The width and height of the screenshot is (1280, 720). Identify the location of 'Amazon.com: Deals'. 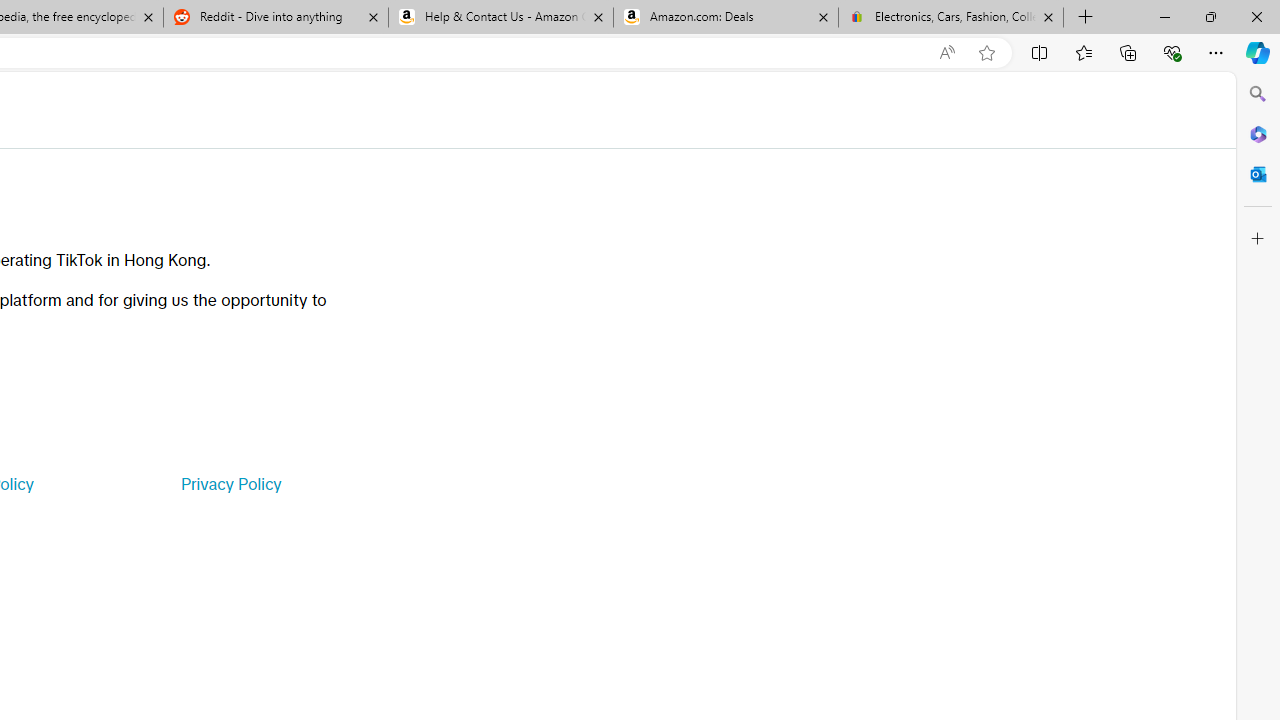
(725, 17).